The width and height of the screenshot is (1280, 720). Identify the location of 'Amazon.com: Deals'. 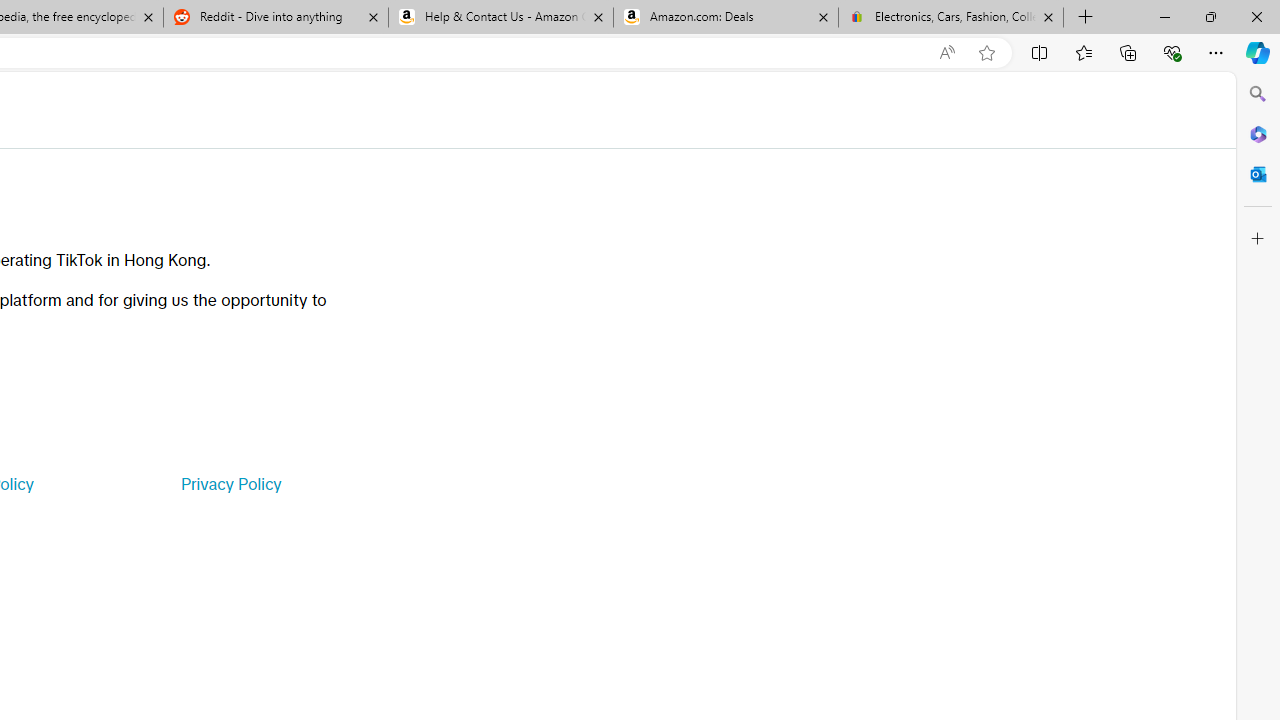
(725, 17).